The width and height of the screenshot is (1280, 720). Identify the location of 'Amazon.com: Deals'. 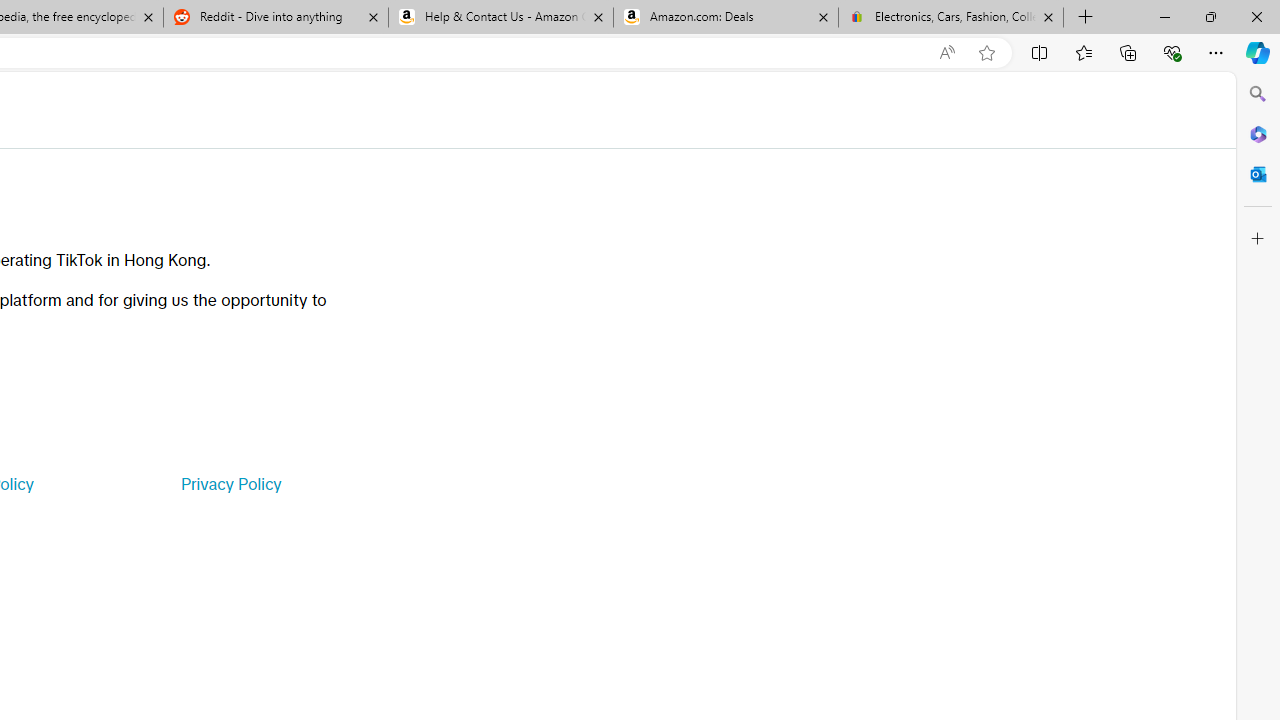
(725, 17).